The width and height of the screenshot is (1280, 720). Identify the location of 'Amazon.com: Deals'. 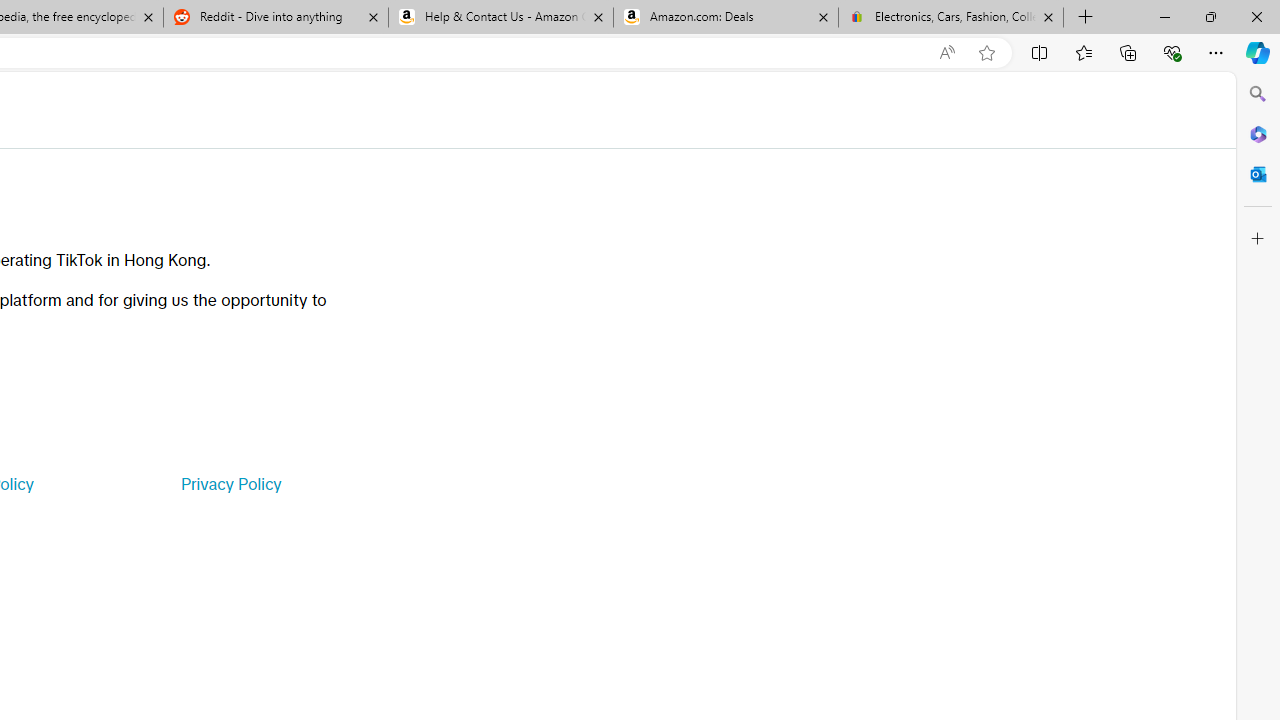
(725, 17).